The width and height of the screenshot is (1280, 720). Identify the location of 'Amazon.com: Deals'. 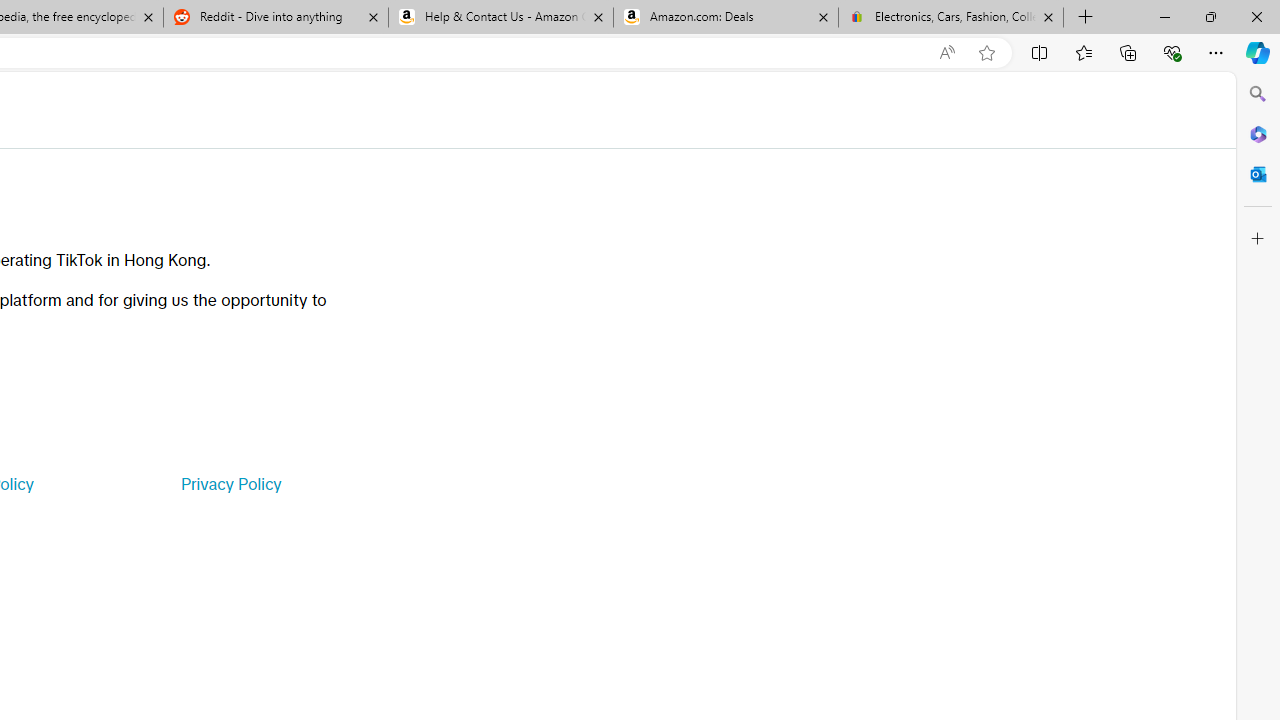
(725, 17).